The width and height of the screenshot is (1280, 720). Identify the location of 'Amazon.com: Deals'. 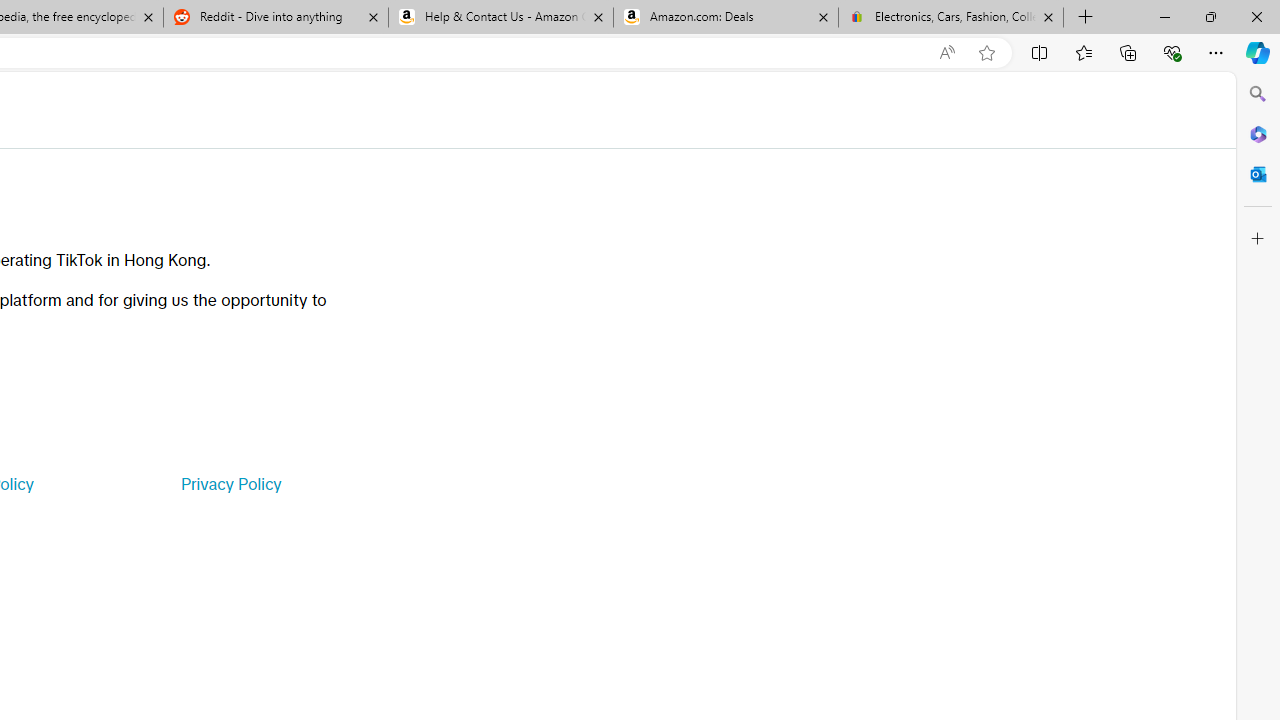
(725, 17).